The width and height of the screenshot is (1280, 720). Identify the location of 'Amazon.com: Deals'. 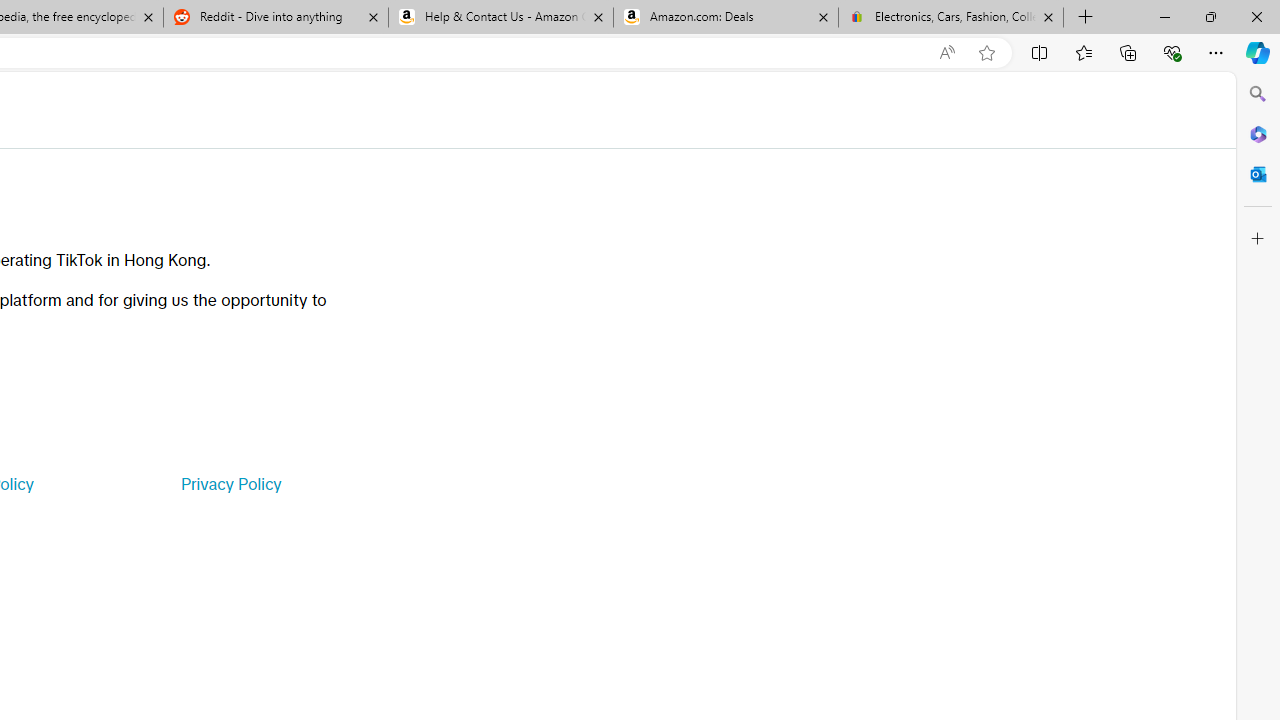
(725, 17).